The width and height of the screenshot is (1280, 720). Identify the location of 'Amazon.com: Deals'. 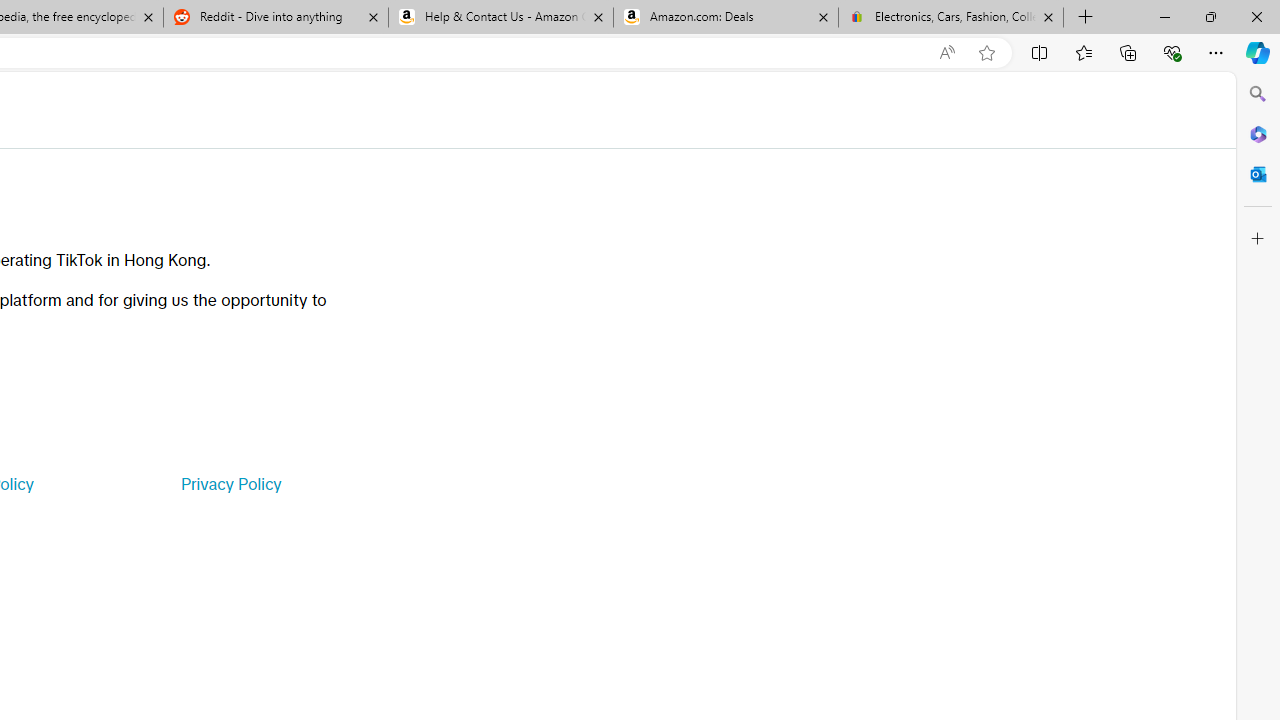
(725, 17).